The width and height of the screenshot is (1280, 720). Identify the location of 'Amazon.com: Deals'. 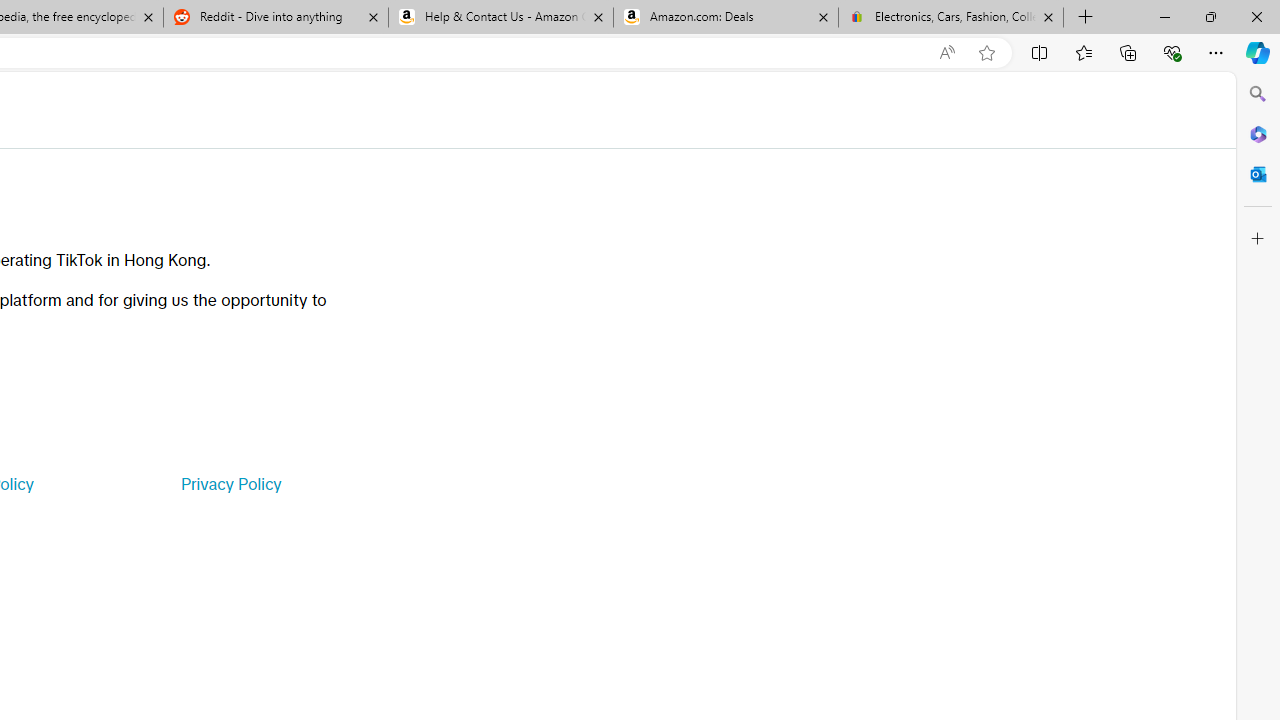
(725, 17).